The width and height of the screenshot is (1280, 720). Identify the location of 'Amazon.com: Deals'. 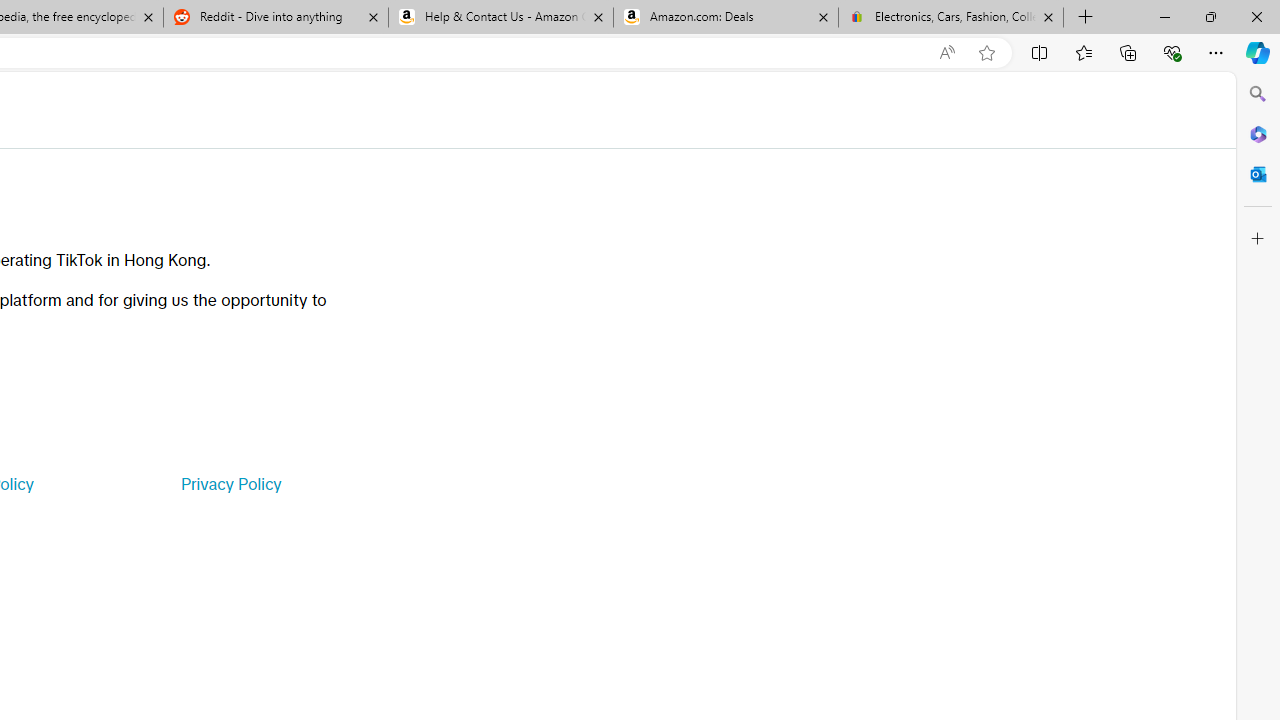
(725, 17).